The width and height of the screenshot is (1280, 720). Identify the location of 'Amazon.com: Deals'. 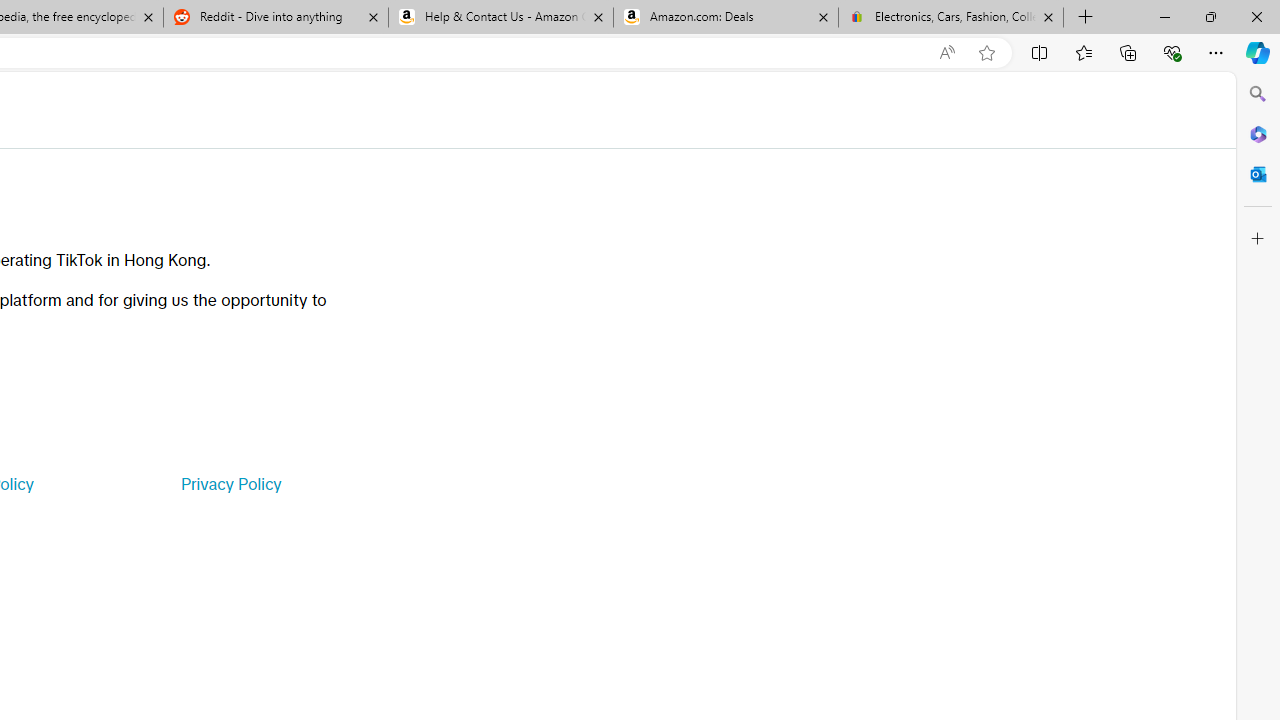
(725, 17).